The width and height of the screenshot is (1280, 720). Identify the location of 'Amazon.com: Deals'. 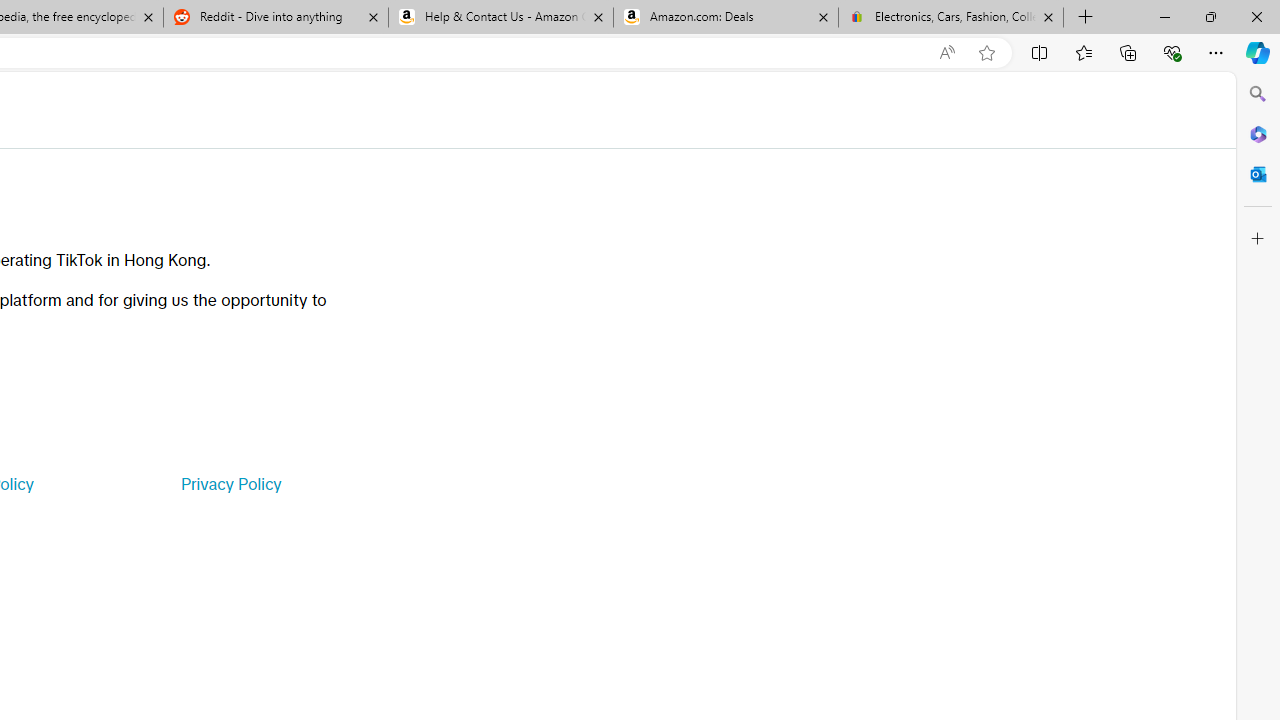
(725, 17).